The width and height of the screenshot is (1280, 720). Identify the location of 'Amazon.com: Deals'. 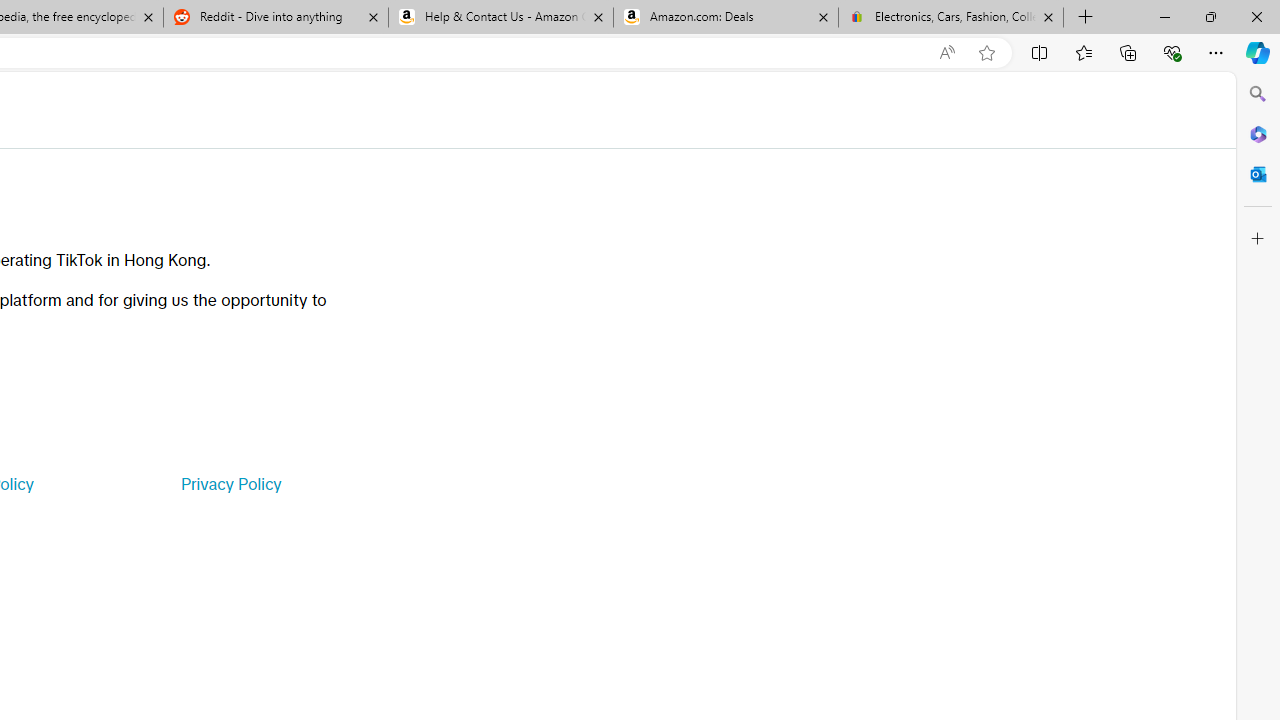
(725, 17).